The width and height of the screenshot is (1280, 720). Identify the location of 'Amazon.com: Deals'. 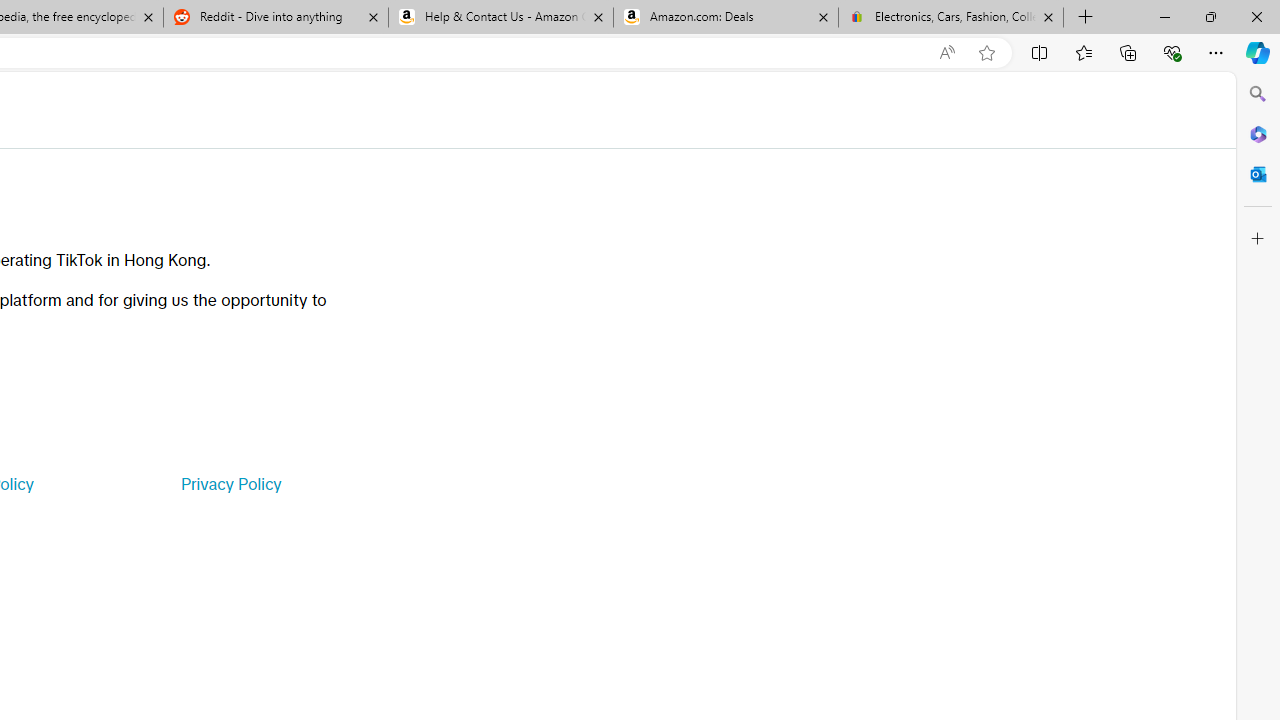
(725, 17).